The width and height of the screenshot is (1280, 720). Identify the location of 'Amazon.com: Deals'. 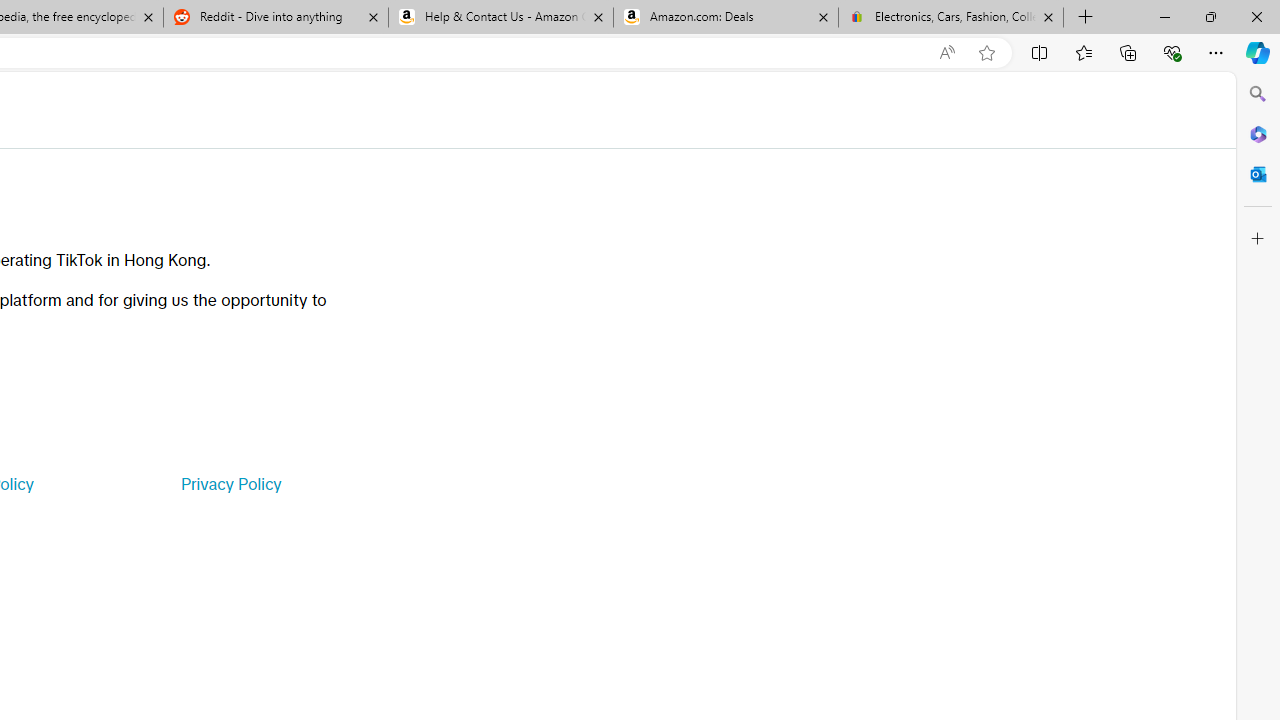
(725, 17).